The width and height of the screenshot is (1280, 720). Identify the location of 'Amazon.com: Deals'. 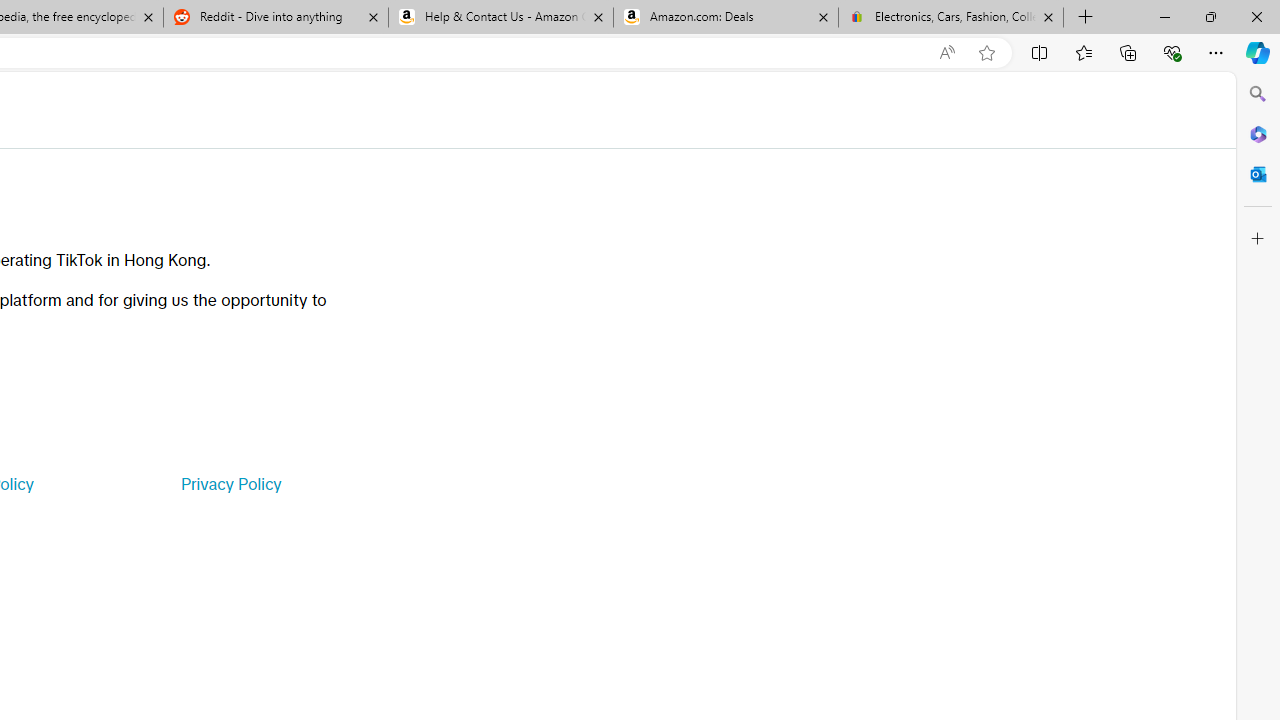
(725, 17).